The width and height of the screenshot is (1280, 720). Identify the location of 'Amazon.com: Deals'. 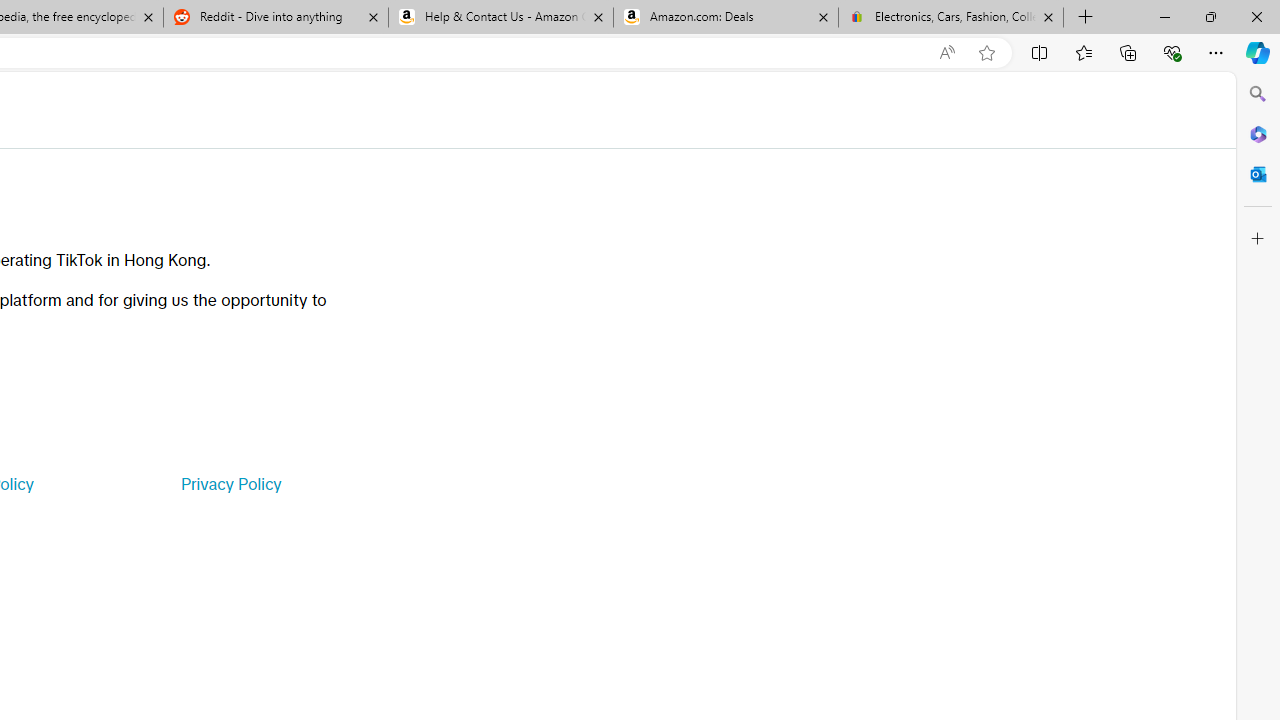
(725, 17).